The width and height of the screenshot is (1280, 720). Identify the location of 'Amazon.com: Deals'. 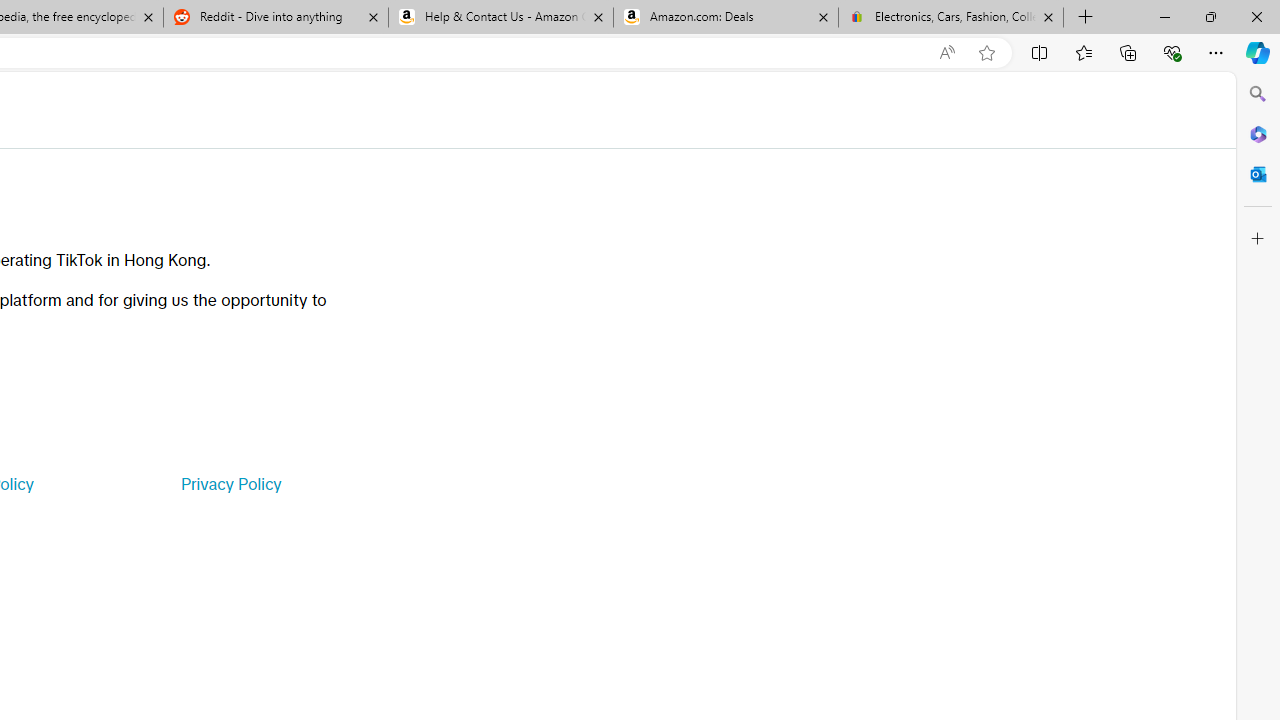
(725, 17).